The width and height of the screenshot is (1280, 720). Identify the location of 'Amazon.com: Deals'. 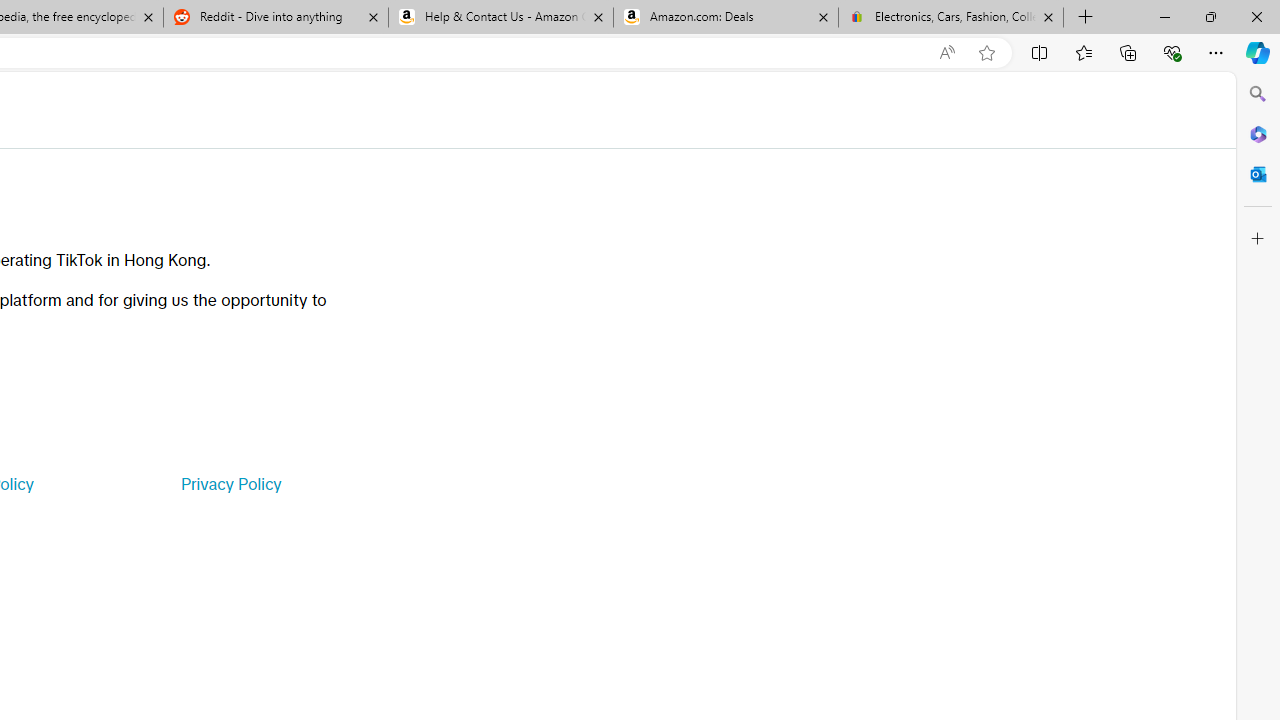
(725, 17).